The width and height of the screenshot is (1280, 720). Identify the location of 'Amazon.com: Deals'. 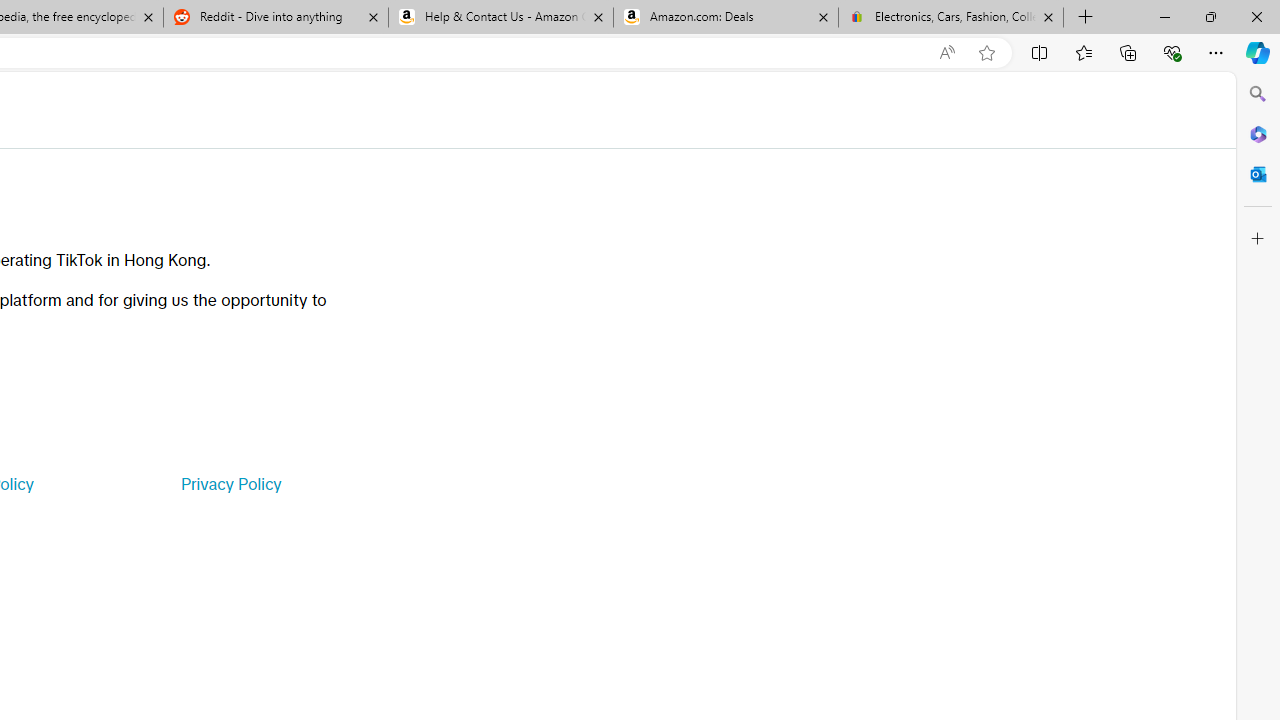
(725, 17).